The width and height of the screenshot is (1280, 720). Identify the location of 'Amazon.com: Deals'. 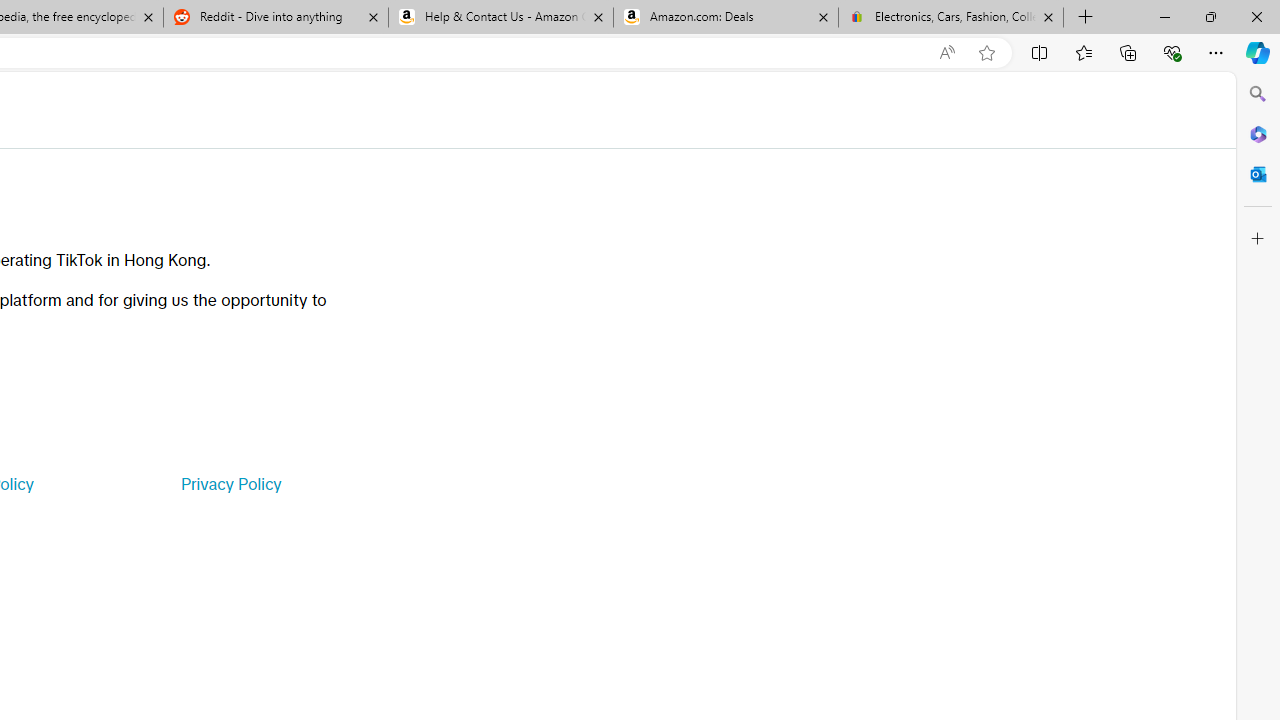
(725, 17).